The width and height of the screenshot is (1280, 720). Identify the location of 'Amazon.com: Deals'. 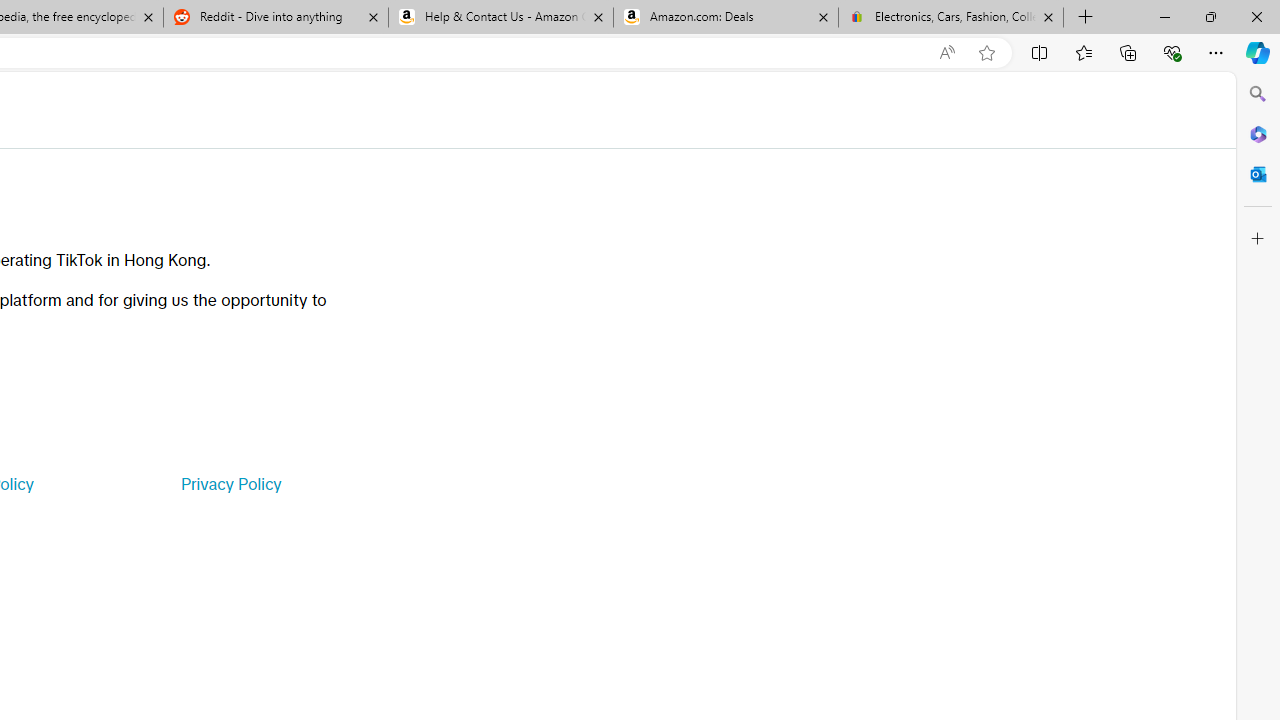
(725, 17).